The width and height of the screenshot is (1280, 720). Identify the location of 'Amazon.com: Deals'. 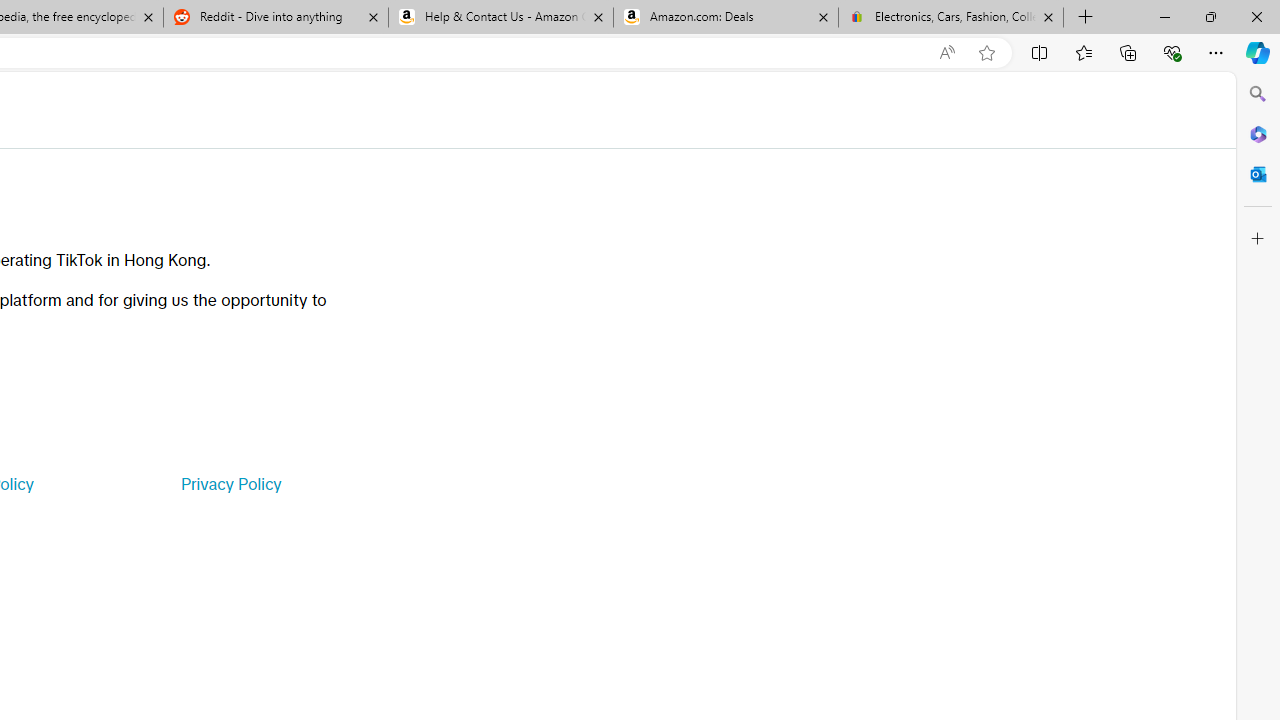
(725, 17).